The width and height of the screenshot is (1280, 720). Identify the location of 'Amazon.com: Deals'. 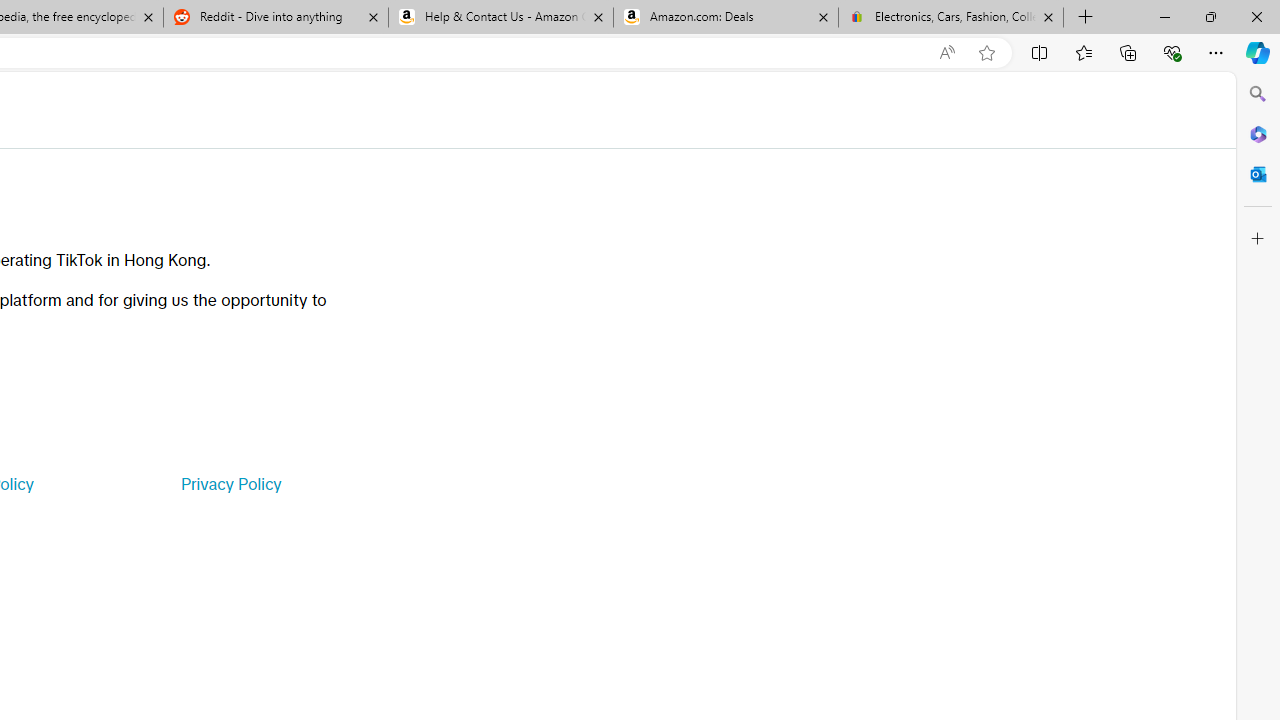
(725, 17).